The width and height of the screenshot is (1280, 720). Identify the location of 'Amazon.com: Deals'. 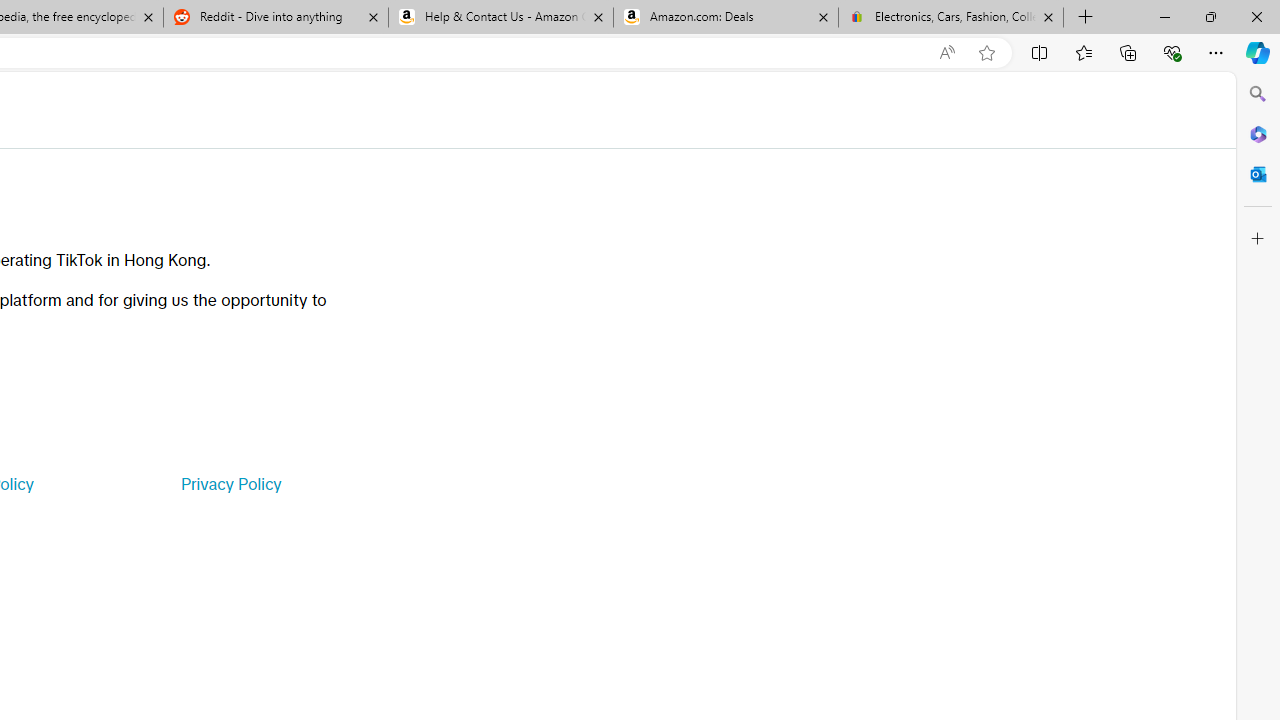
(725, 17).